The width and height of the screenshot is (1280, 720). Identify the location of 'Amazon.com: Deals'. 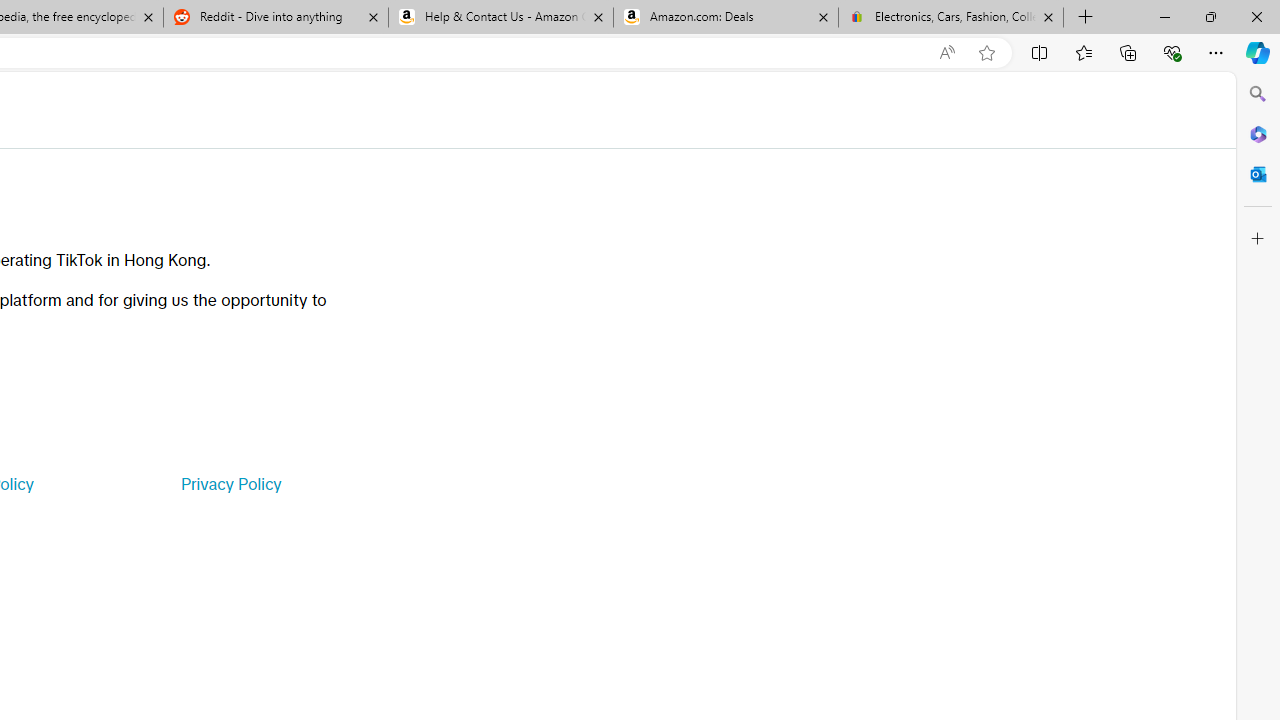
(725, 17).